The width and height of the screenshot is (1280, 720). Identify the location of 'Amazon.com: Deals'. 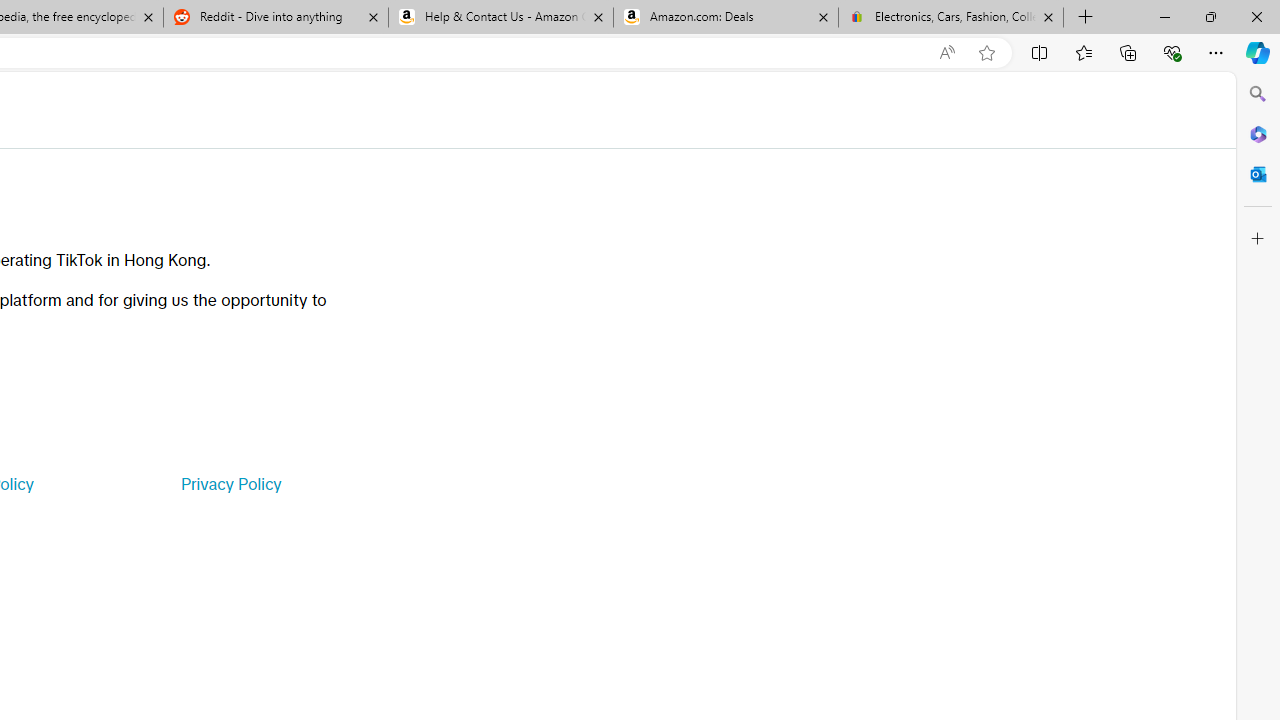
(725, 17).